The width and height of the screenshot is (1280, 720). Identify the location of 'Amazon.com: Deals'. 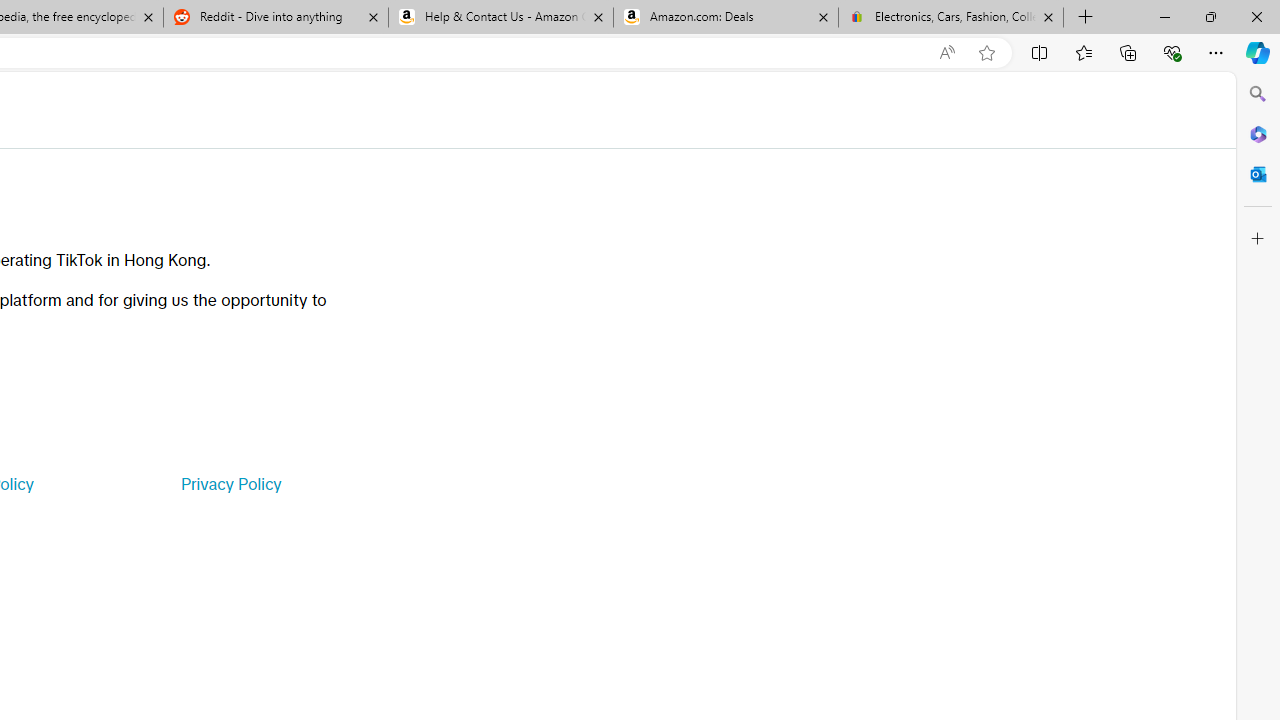
(725, 17).